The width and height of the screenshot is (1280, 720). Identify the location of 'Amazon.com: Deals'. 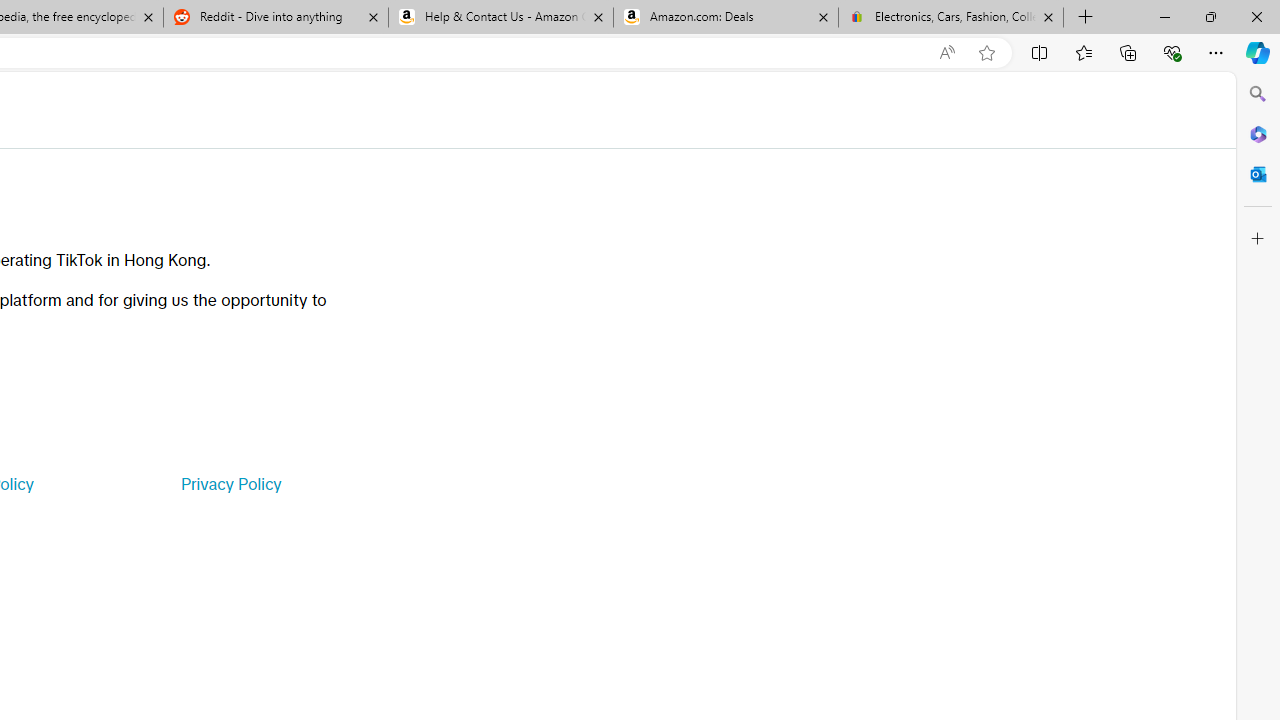
(725, 17).